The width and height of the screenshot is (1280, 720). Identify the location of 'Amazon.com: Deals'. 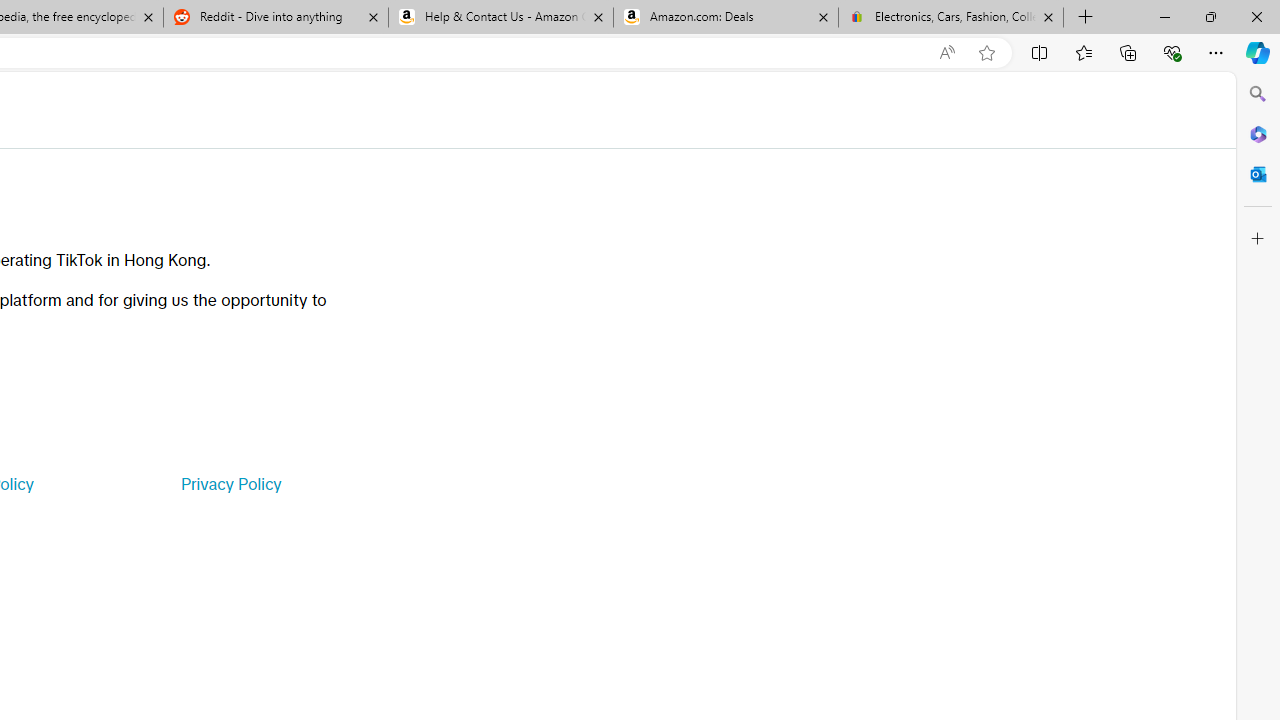
(725, 17).